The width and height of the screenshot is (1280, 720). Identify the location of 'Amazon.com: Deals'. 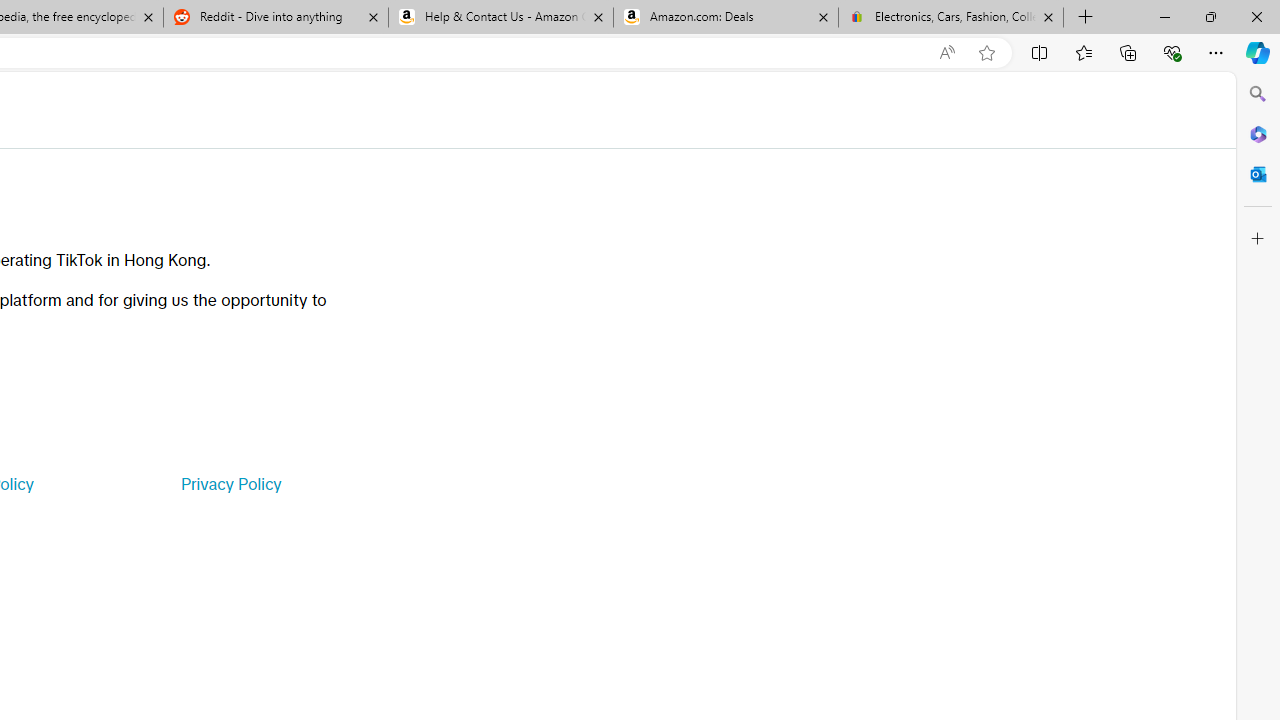
(725, 17).